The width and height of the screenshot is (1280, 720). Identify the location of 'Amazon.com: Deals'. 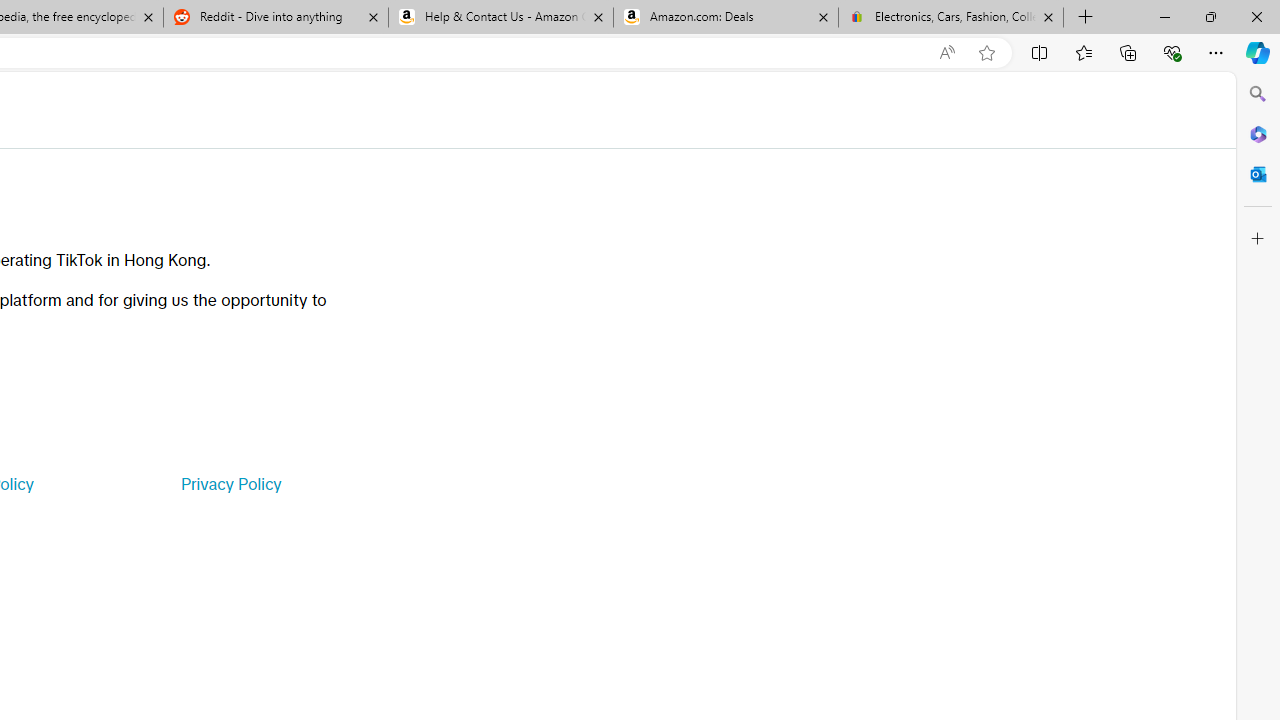
(725, 17).